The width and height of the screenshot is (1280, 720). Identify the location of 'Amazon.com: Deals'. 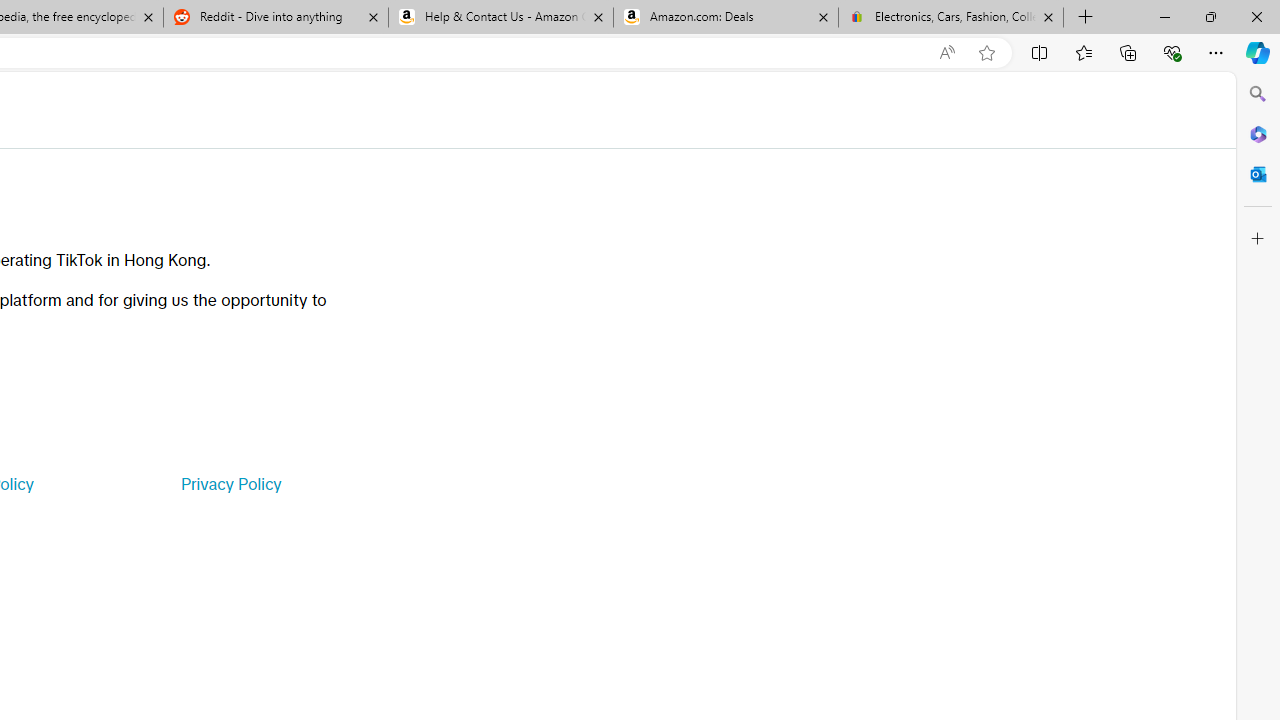
(725, 17).